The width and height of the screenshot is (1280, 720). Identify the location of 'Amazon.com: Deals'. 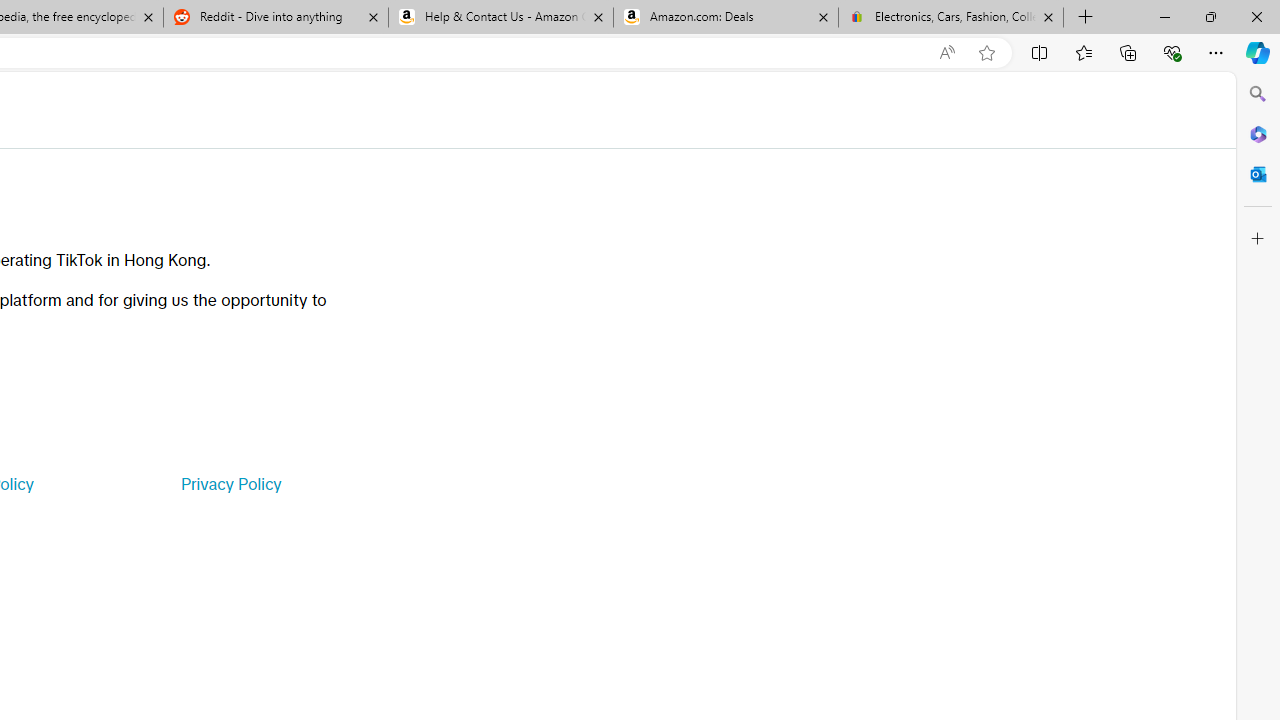
(725, 17).